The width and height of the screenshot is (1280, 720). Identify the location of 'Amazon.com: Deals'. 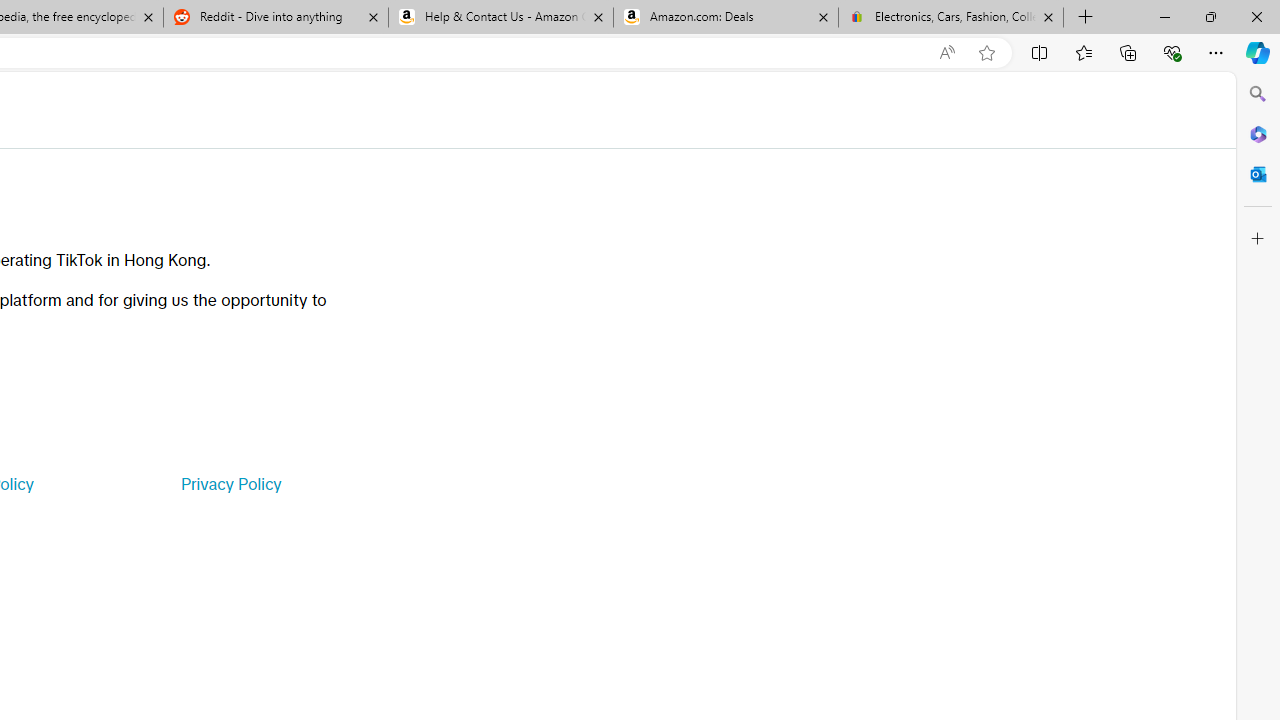
(725, 17).